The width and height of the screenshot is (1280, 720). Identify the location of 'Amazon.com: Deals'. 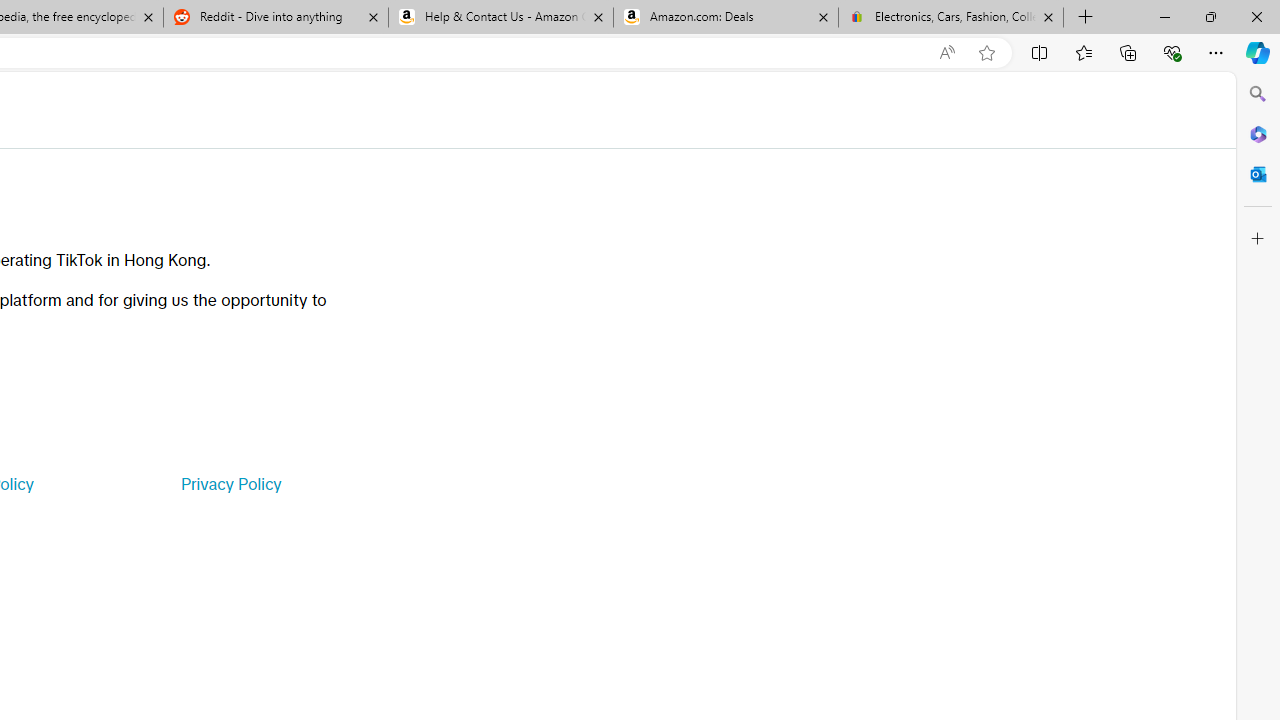
(725, 17).